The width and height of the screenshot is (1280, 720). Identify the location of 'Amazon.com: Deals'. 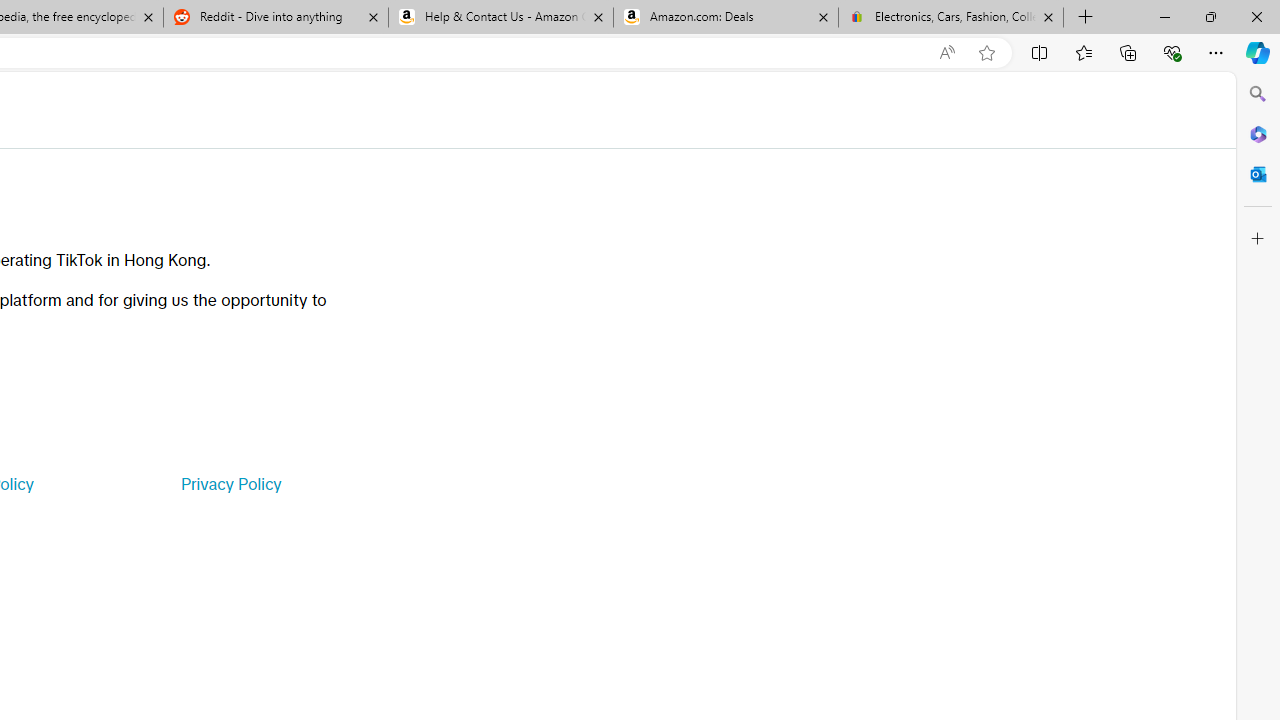
(725, 17).